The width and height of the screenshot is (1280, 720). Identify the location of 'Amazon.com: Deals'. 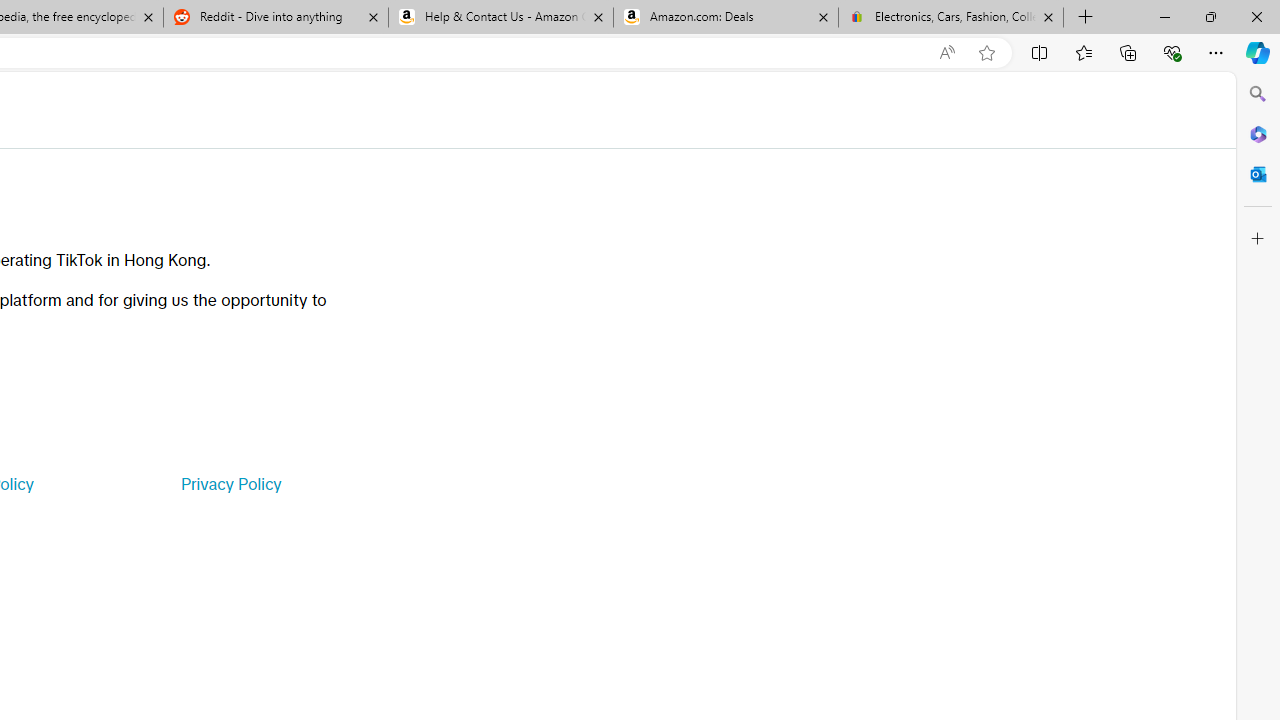
(725, 17).